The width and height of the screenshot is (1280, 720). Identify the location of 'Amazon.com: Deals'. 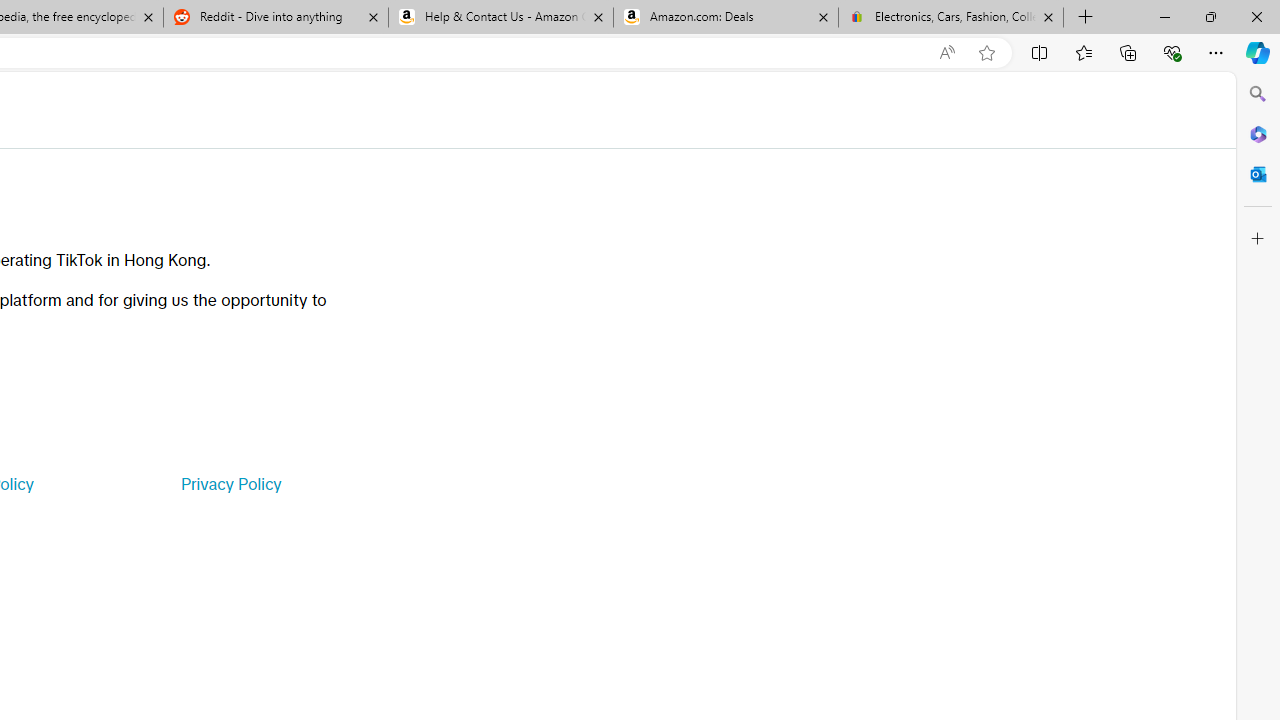
(725, 17).